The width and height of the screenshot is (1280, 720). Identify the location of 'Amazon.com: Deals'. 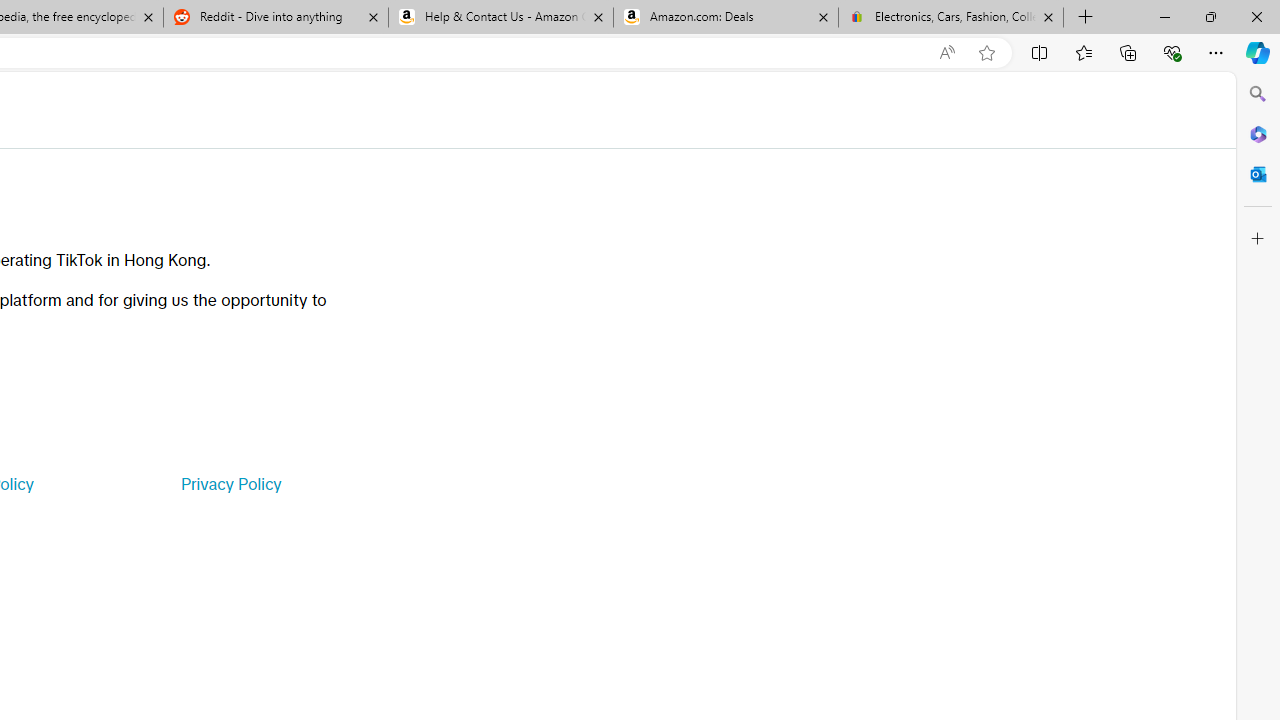
(725, 17).